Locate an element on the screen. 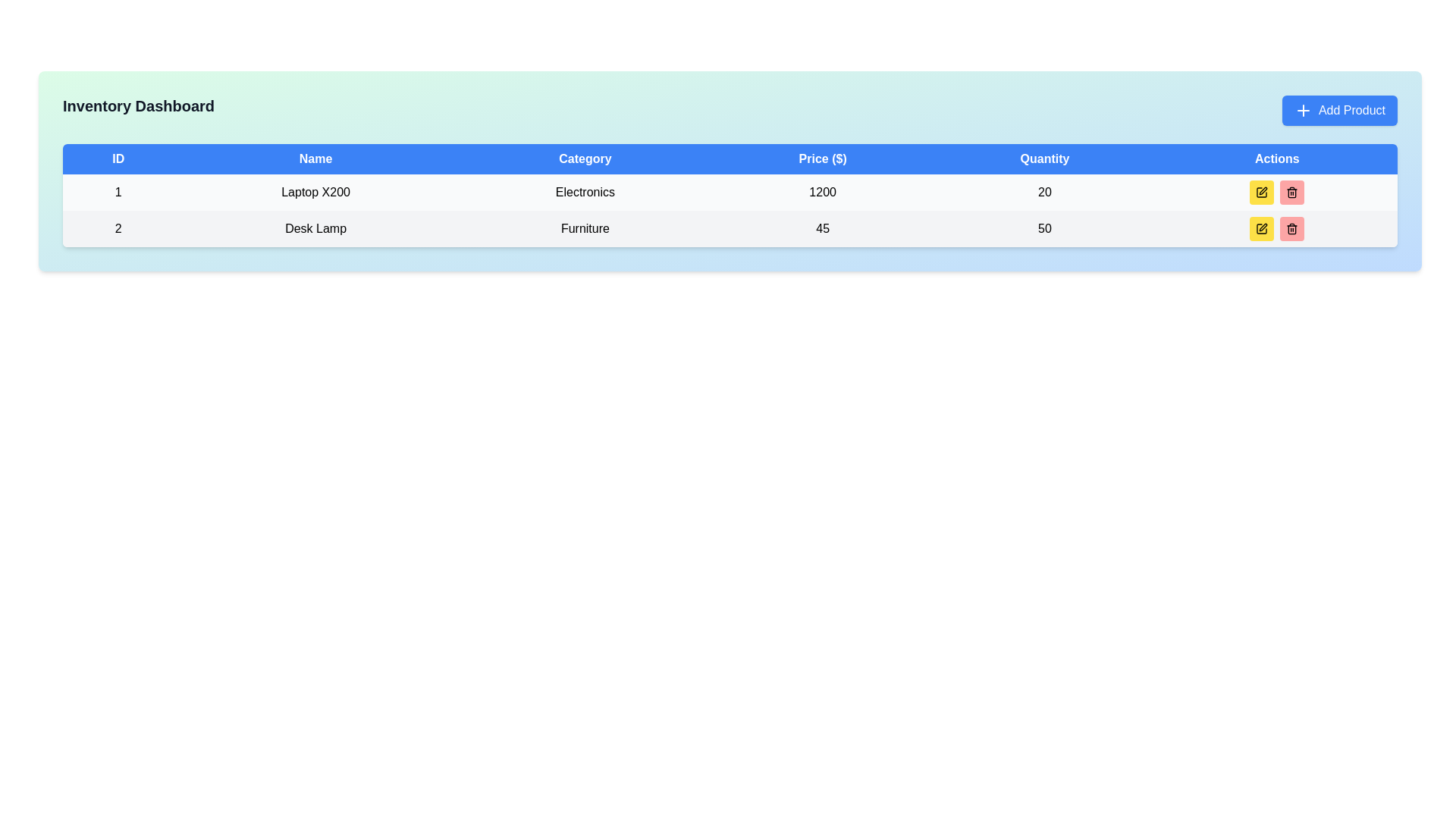 The width and height of the screenshot is (1456, 819). the edit button located in the 'Actions' column of the second row in the table is located at coordinates (1263, 190).